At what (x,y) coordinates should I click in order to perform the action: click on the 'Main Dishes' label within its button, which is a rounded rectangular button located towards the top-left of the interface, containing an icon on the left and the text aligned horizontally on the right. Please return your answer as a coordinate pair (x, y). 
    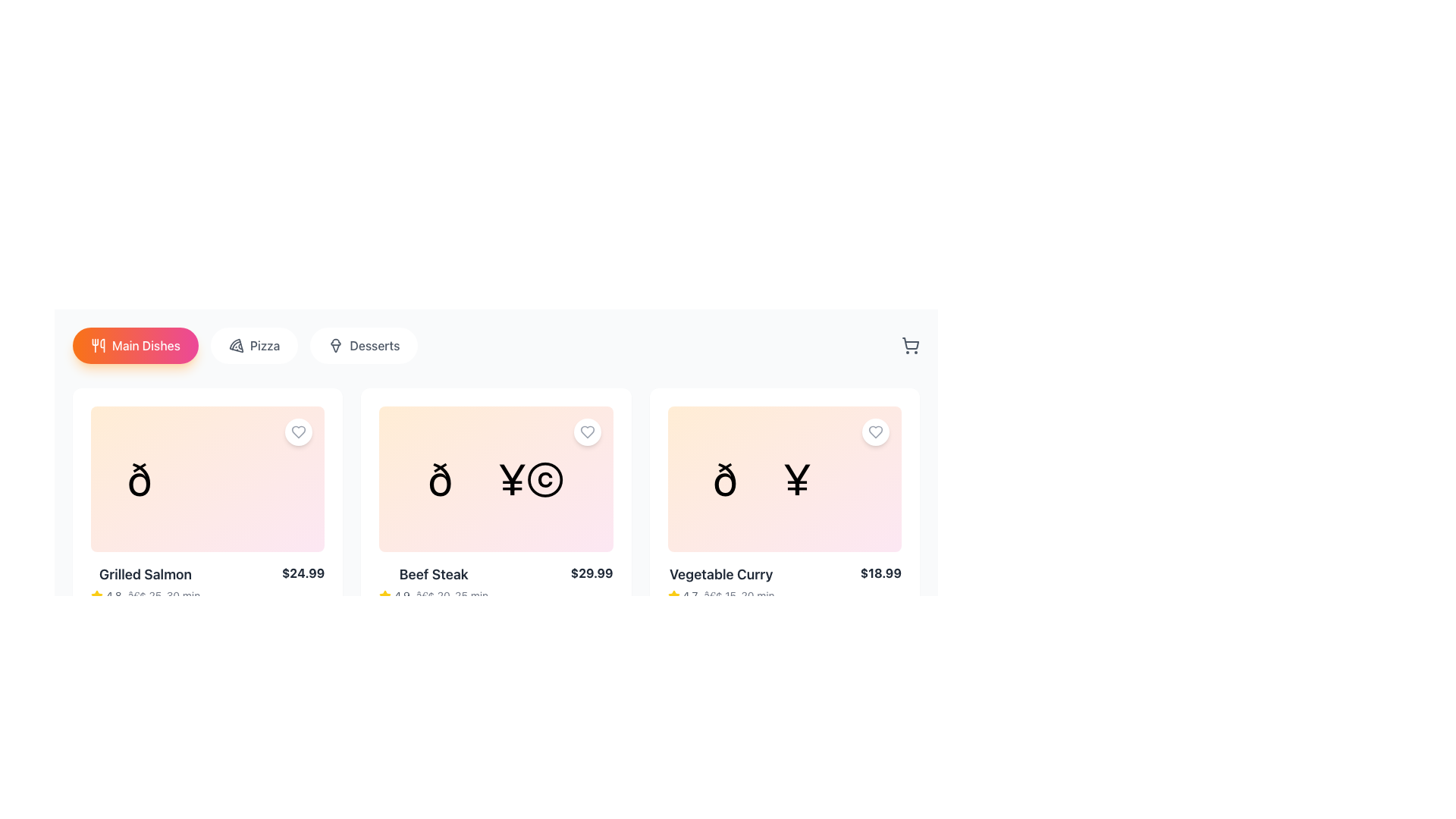
    Looking at the image, I should click on (146, 345).